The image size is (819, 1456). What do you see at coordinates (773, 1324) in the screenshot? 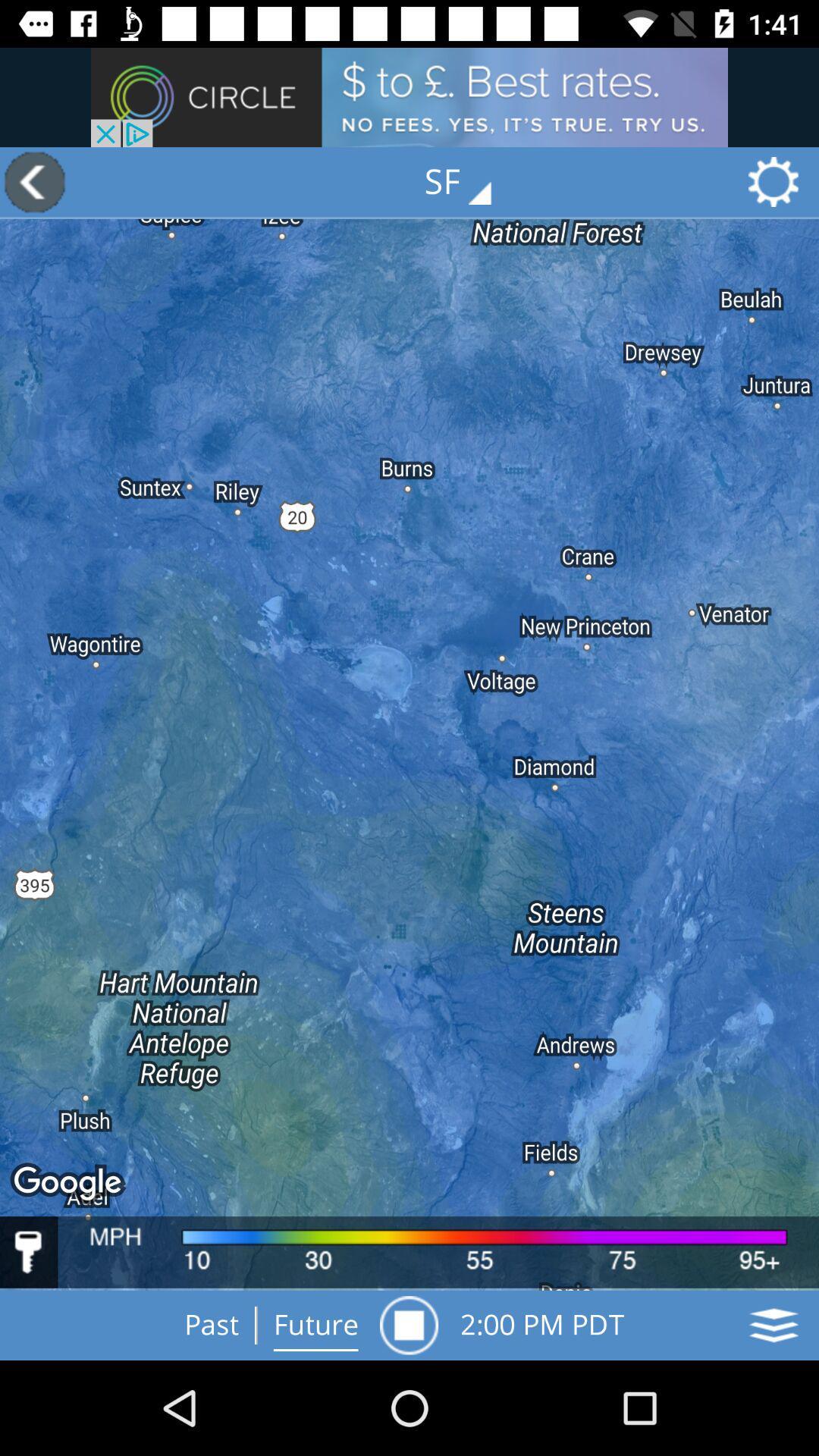
I see `the layers icon` at bounding box center [773, 1324].